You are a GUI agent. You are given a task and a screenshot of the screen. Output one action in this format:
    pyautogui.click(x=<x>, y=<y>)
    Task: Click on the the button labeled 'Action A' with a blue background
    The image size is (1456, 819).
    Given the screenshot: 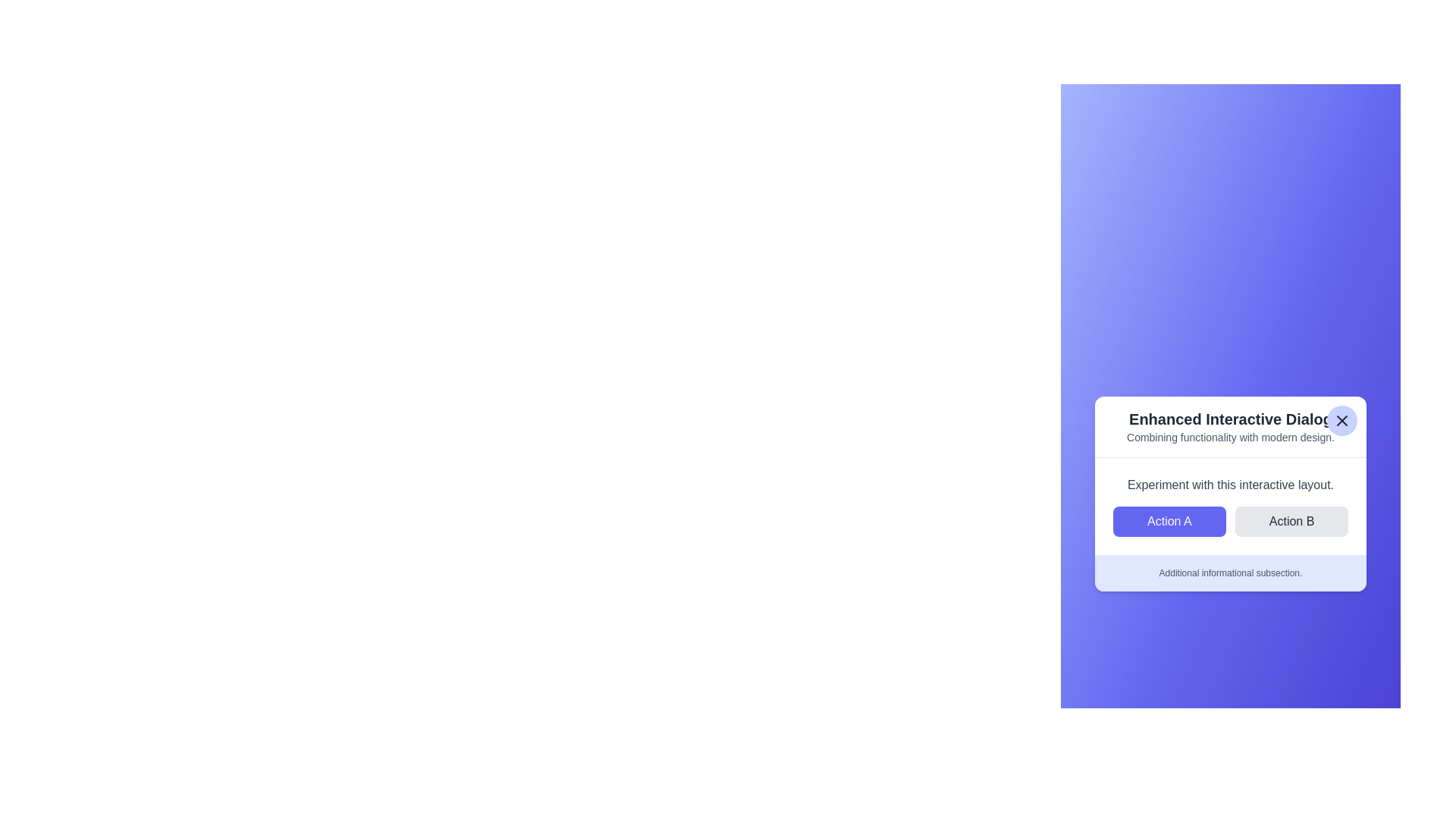 What is the action you would take?
    pyautogui.click(x=1169, y=520)
    